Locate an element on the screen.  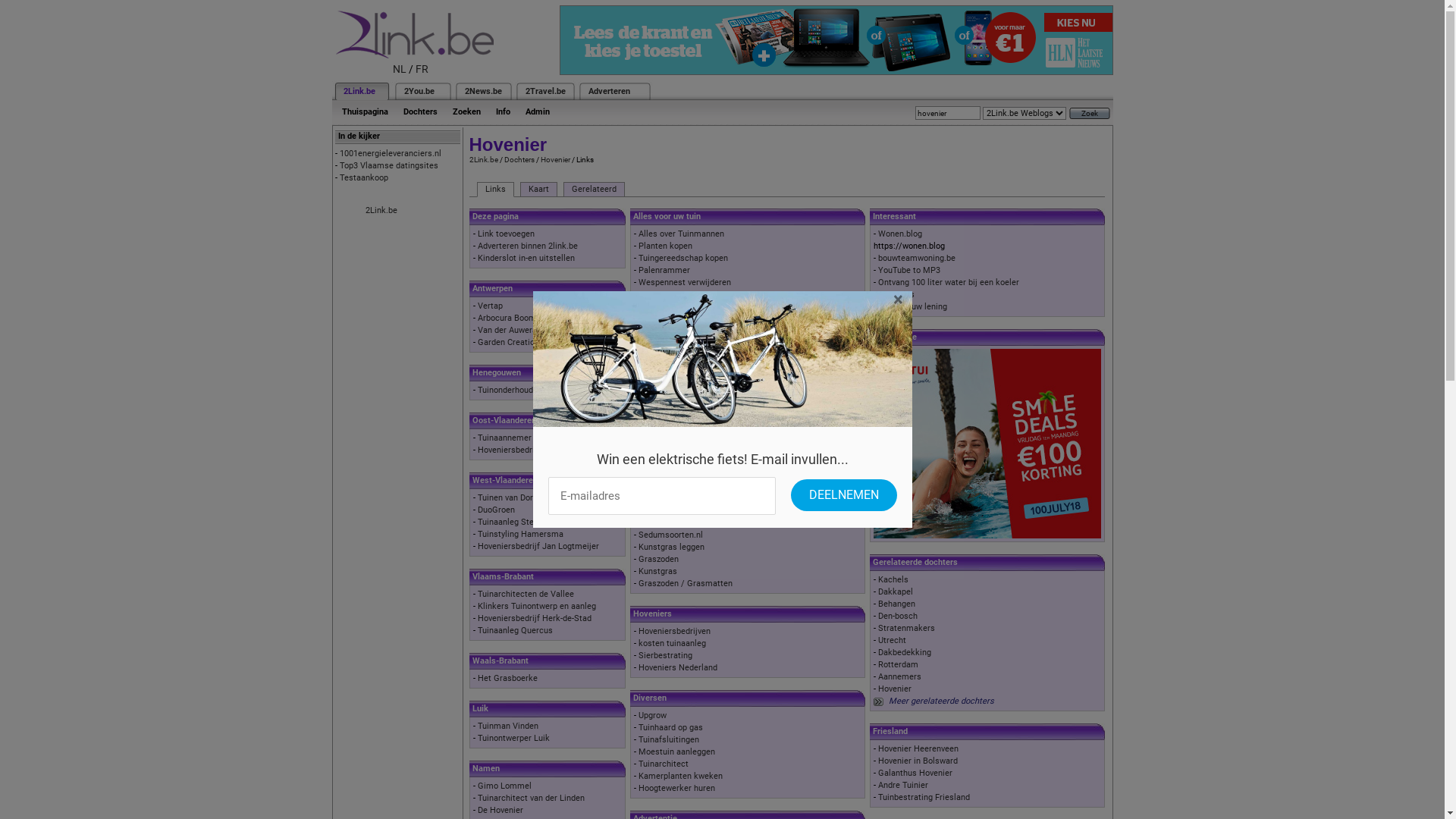
'Link toevoegen' is located at coordinates (506, 234).